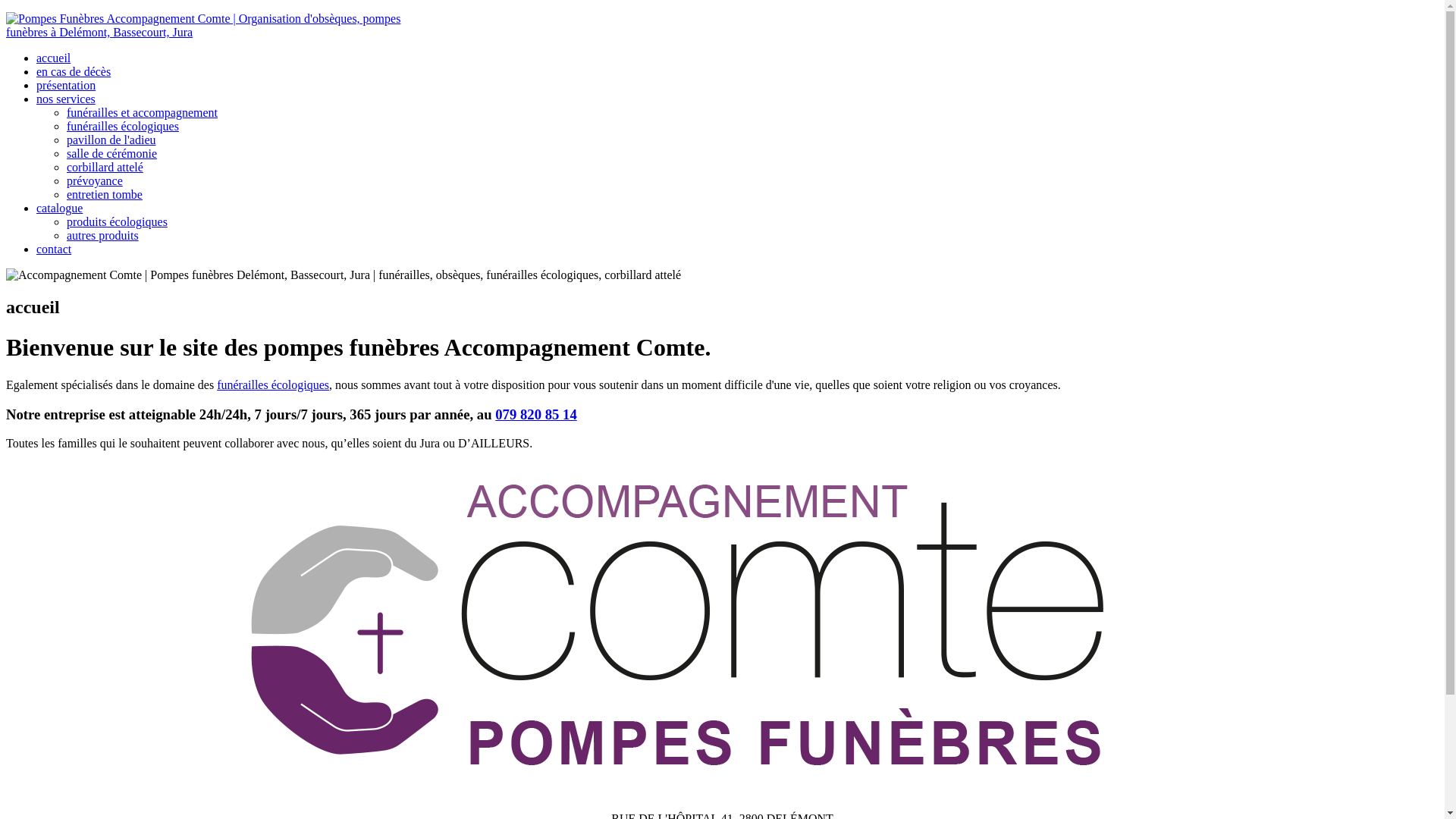 This screenshot has height=819, width=1456. What do you see at coordinates (104, 193) in the screenshot?
I see `'entretien tombe'` at bounding box center [104, 193].